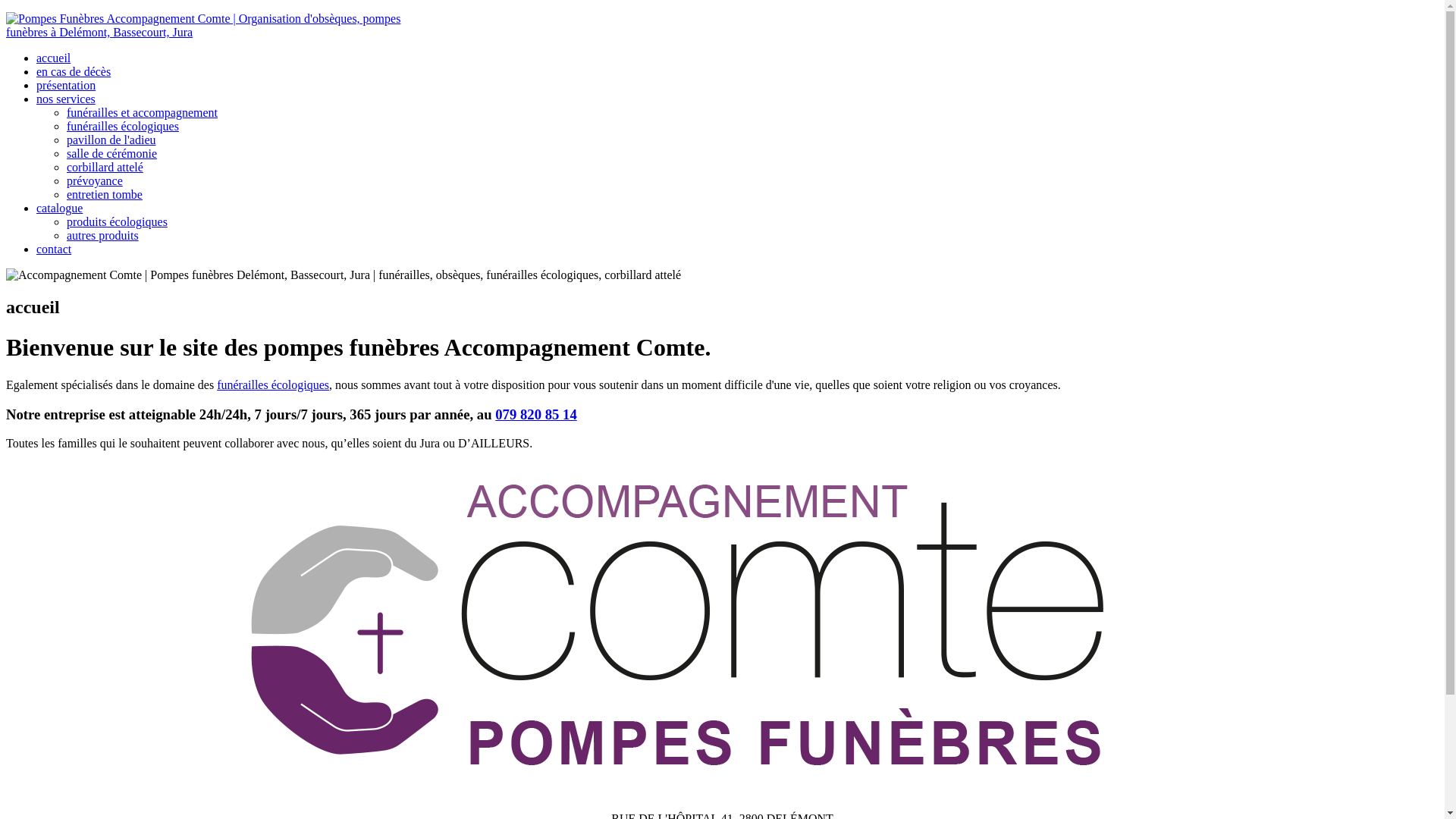 This screenshot has height=819, width=1456. What do you see at coordinates (104, 193) in the screenshot?
I see `'entretien tombe'` at bounding box center [104, 193].